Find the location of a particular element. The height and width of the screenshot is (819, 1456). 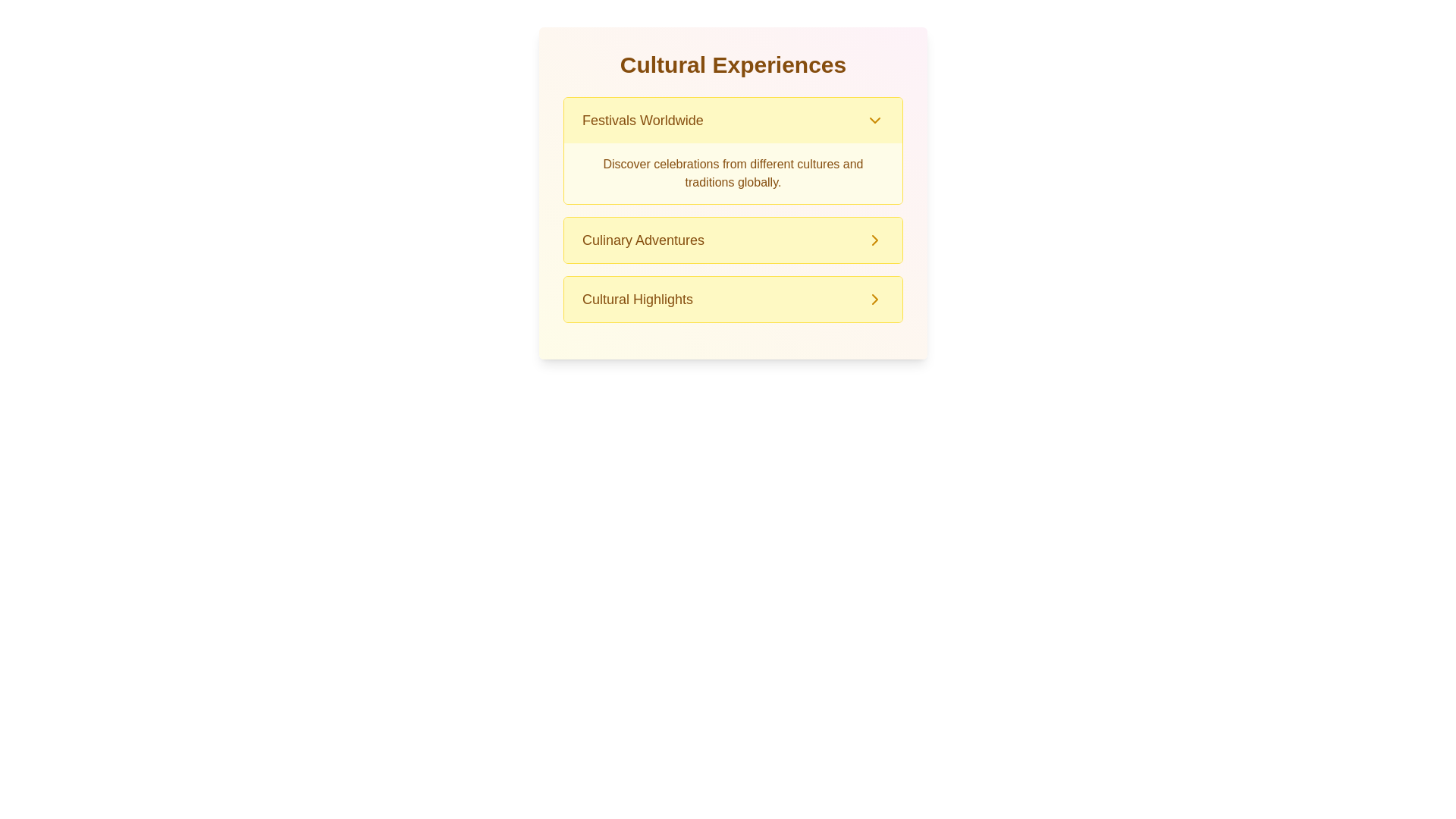

the selectable list item card labeled 'Culinary Adventures', which is the second card in the list is located at coordinates (733, 239).